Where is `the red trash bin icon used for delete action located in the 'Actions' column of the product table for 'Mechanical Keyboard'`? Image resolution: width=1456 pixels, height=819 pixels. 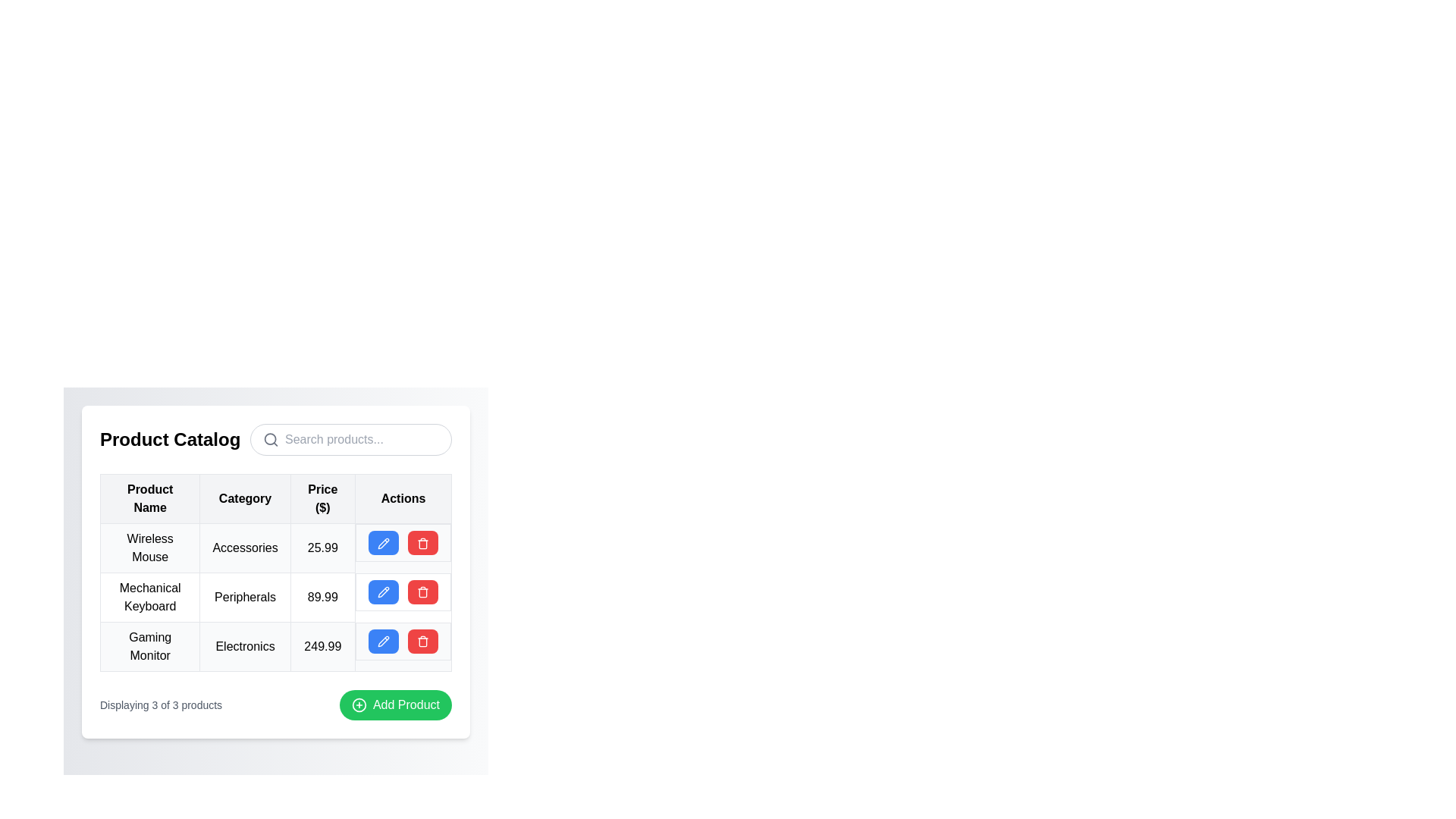
the red trash bin icon used for delete action located in the 'Actions' column of the product table for 'Mechanical Keyboard' is located at coordinates (422, 591).